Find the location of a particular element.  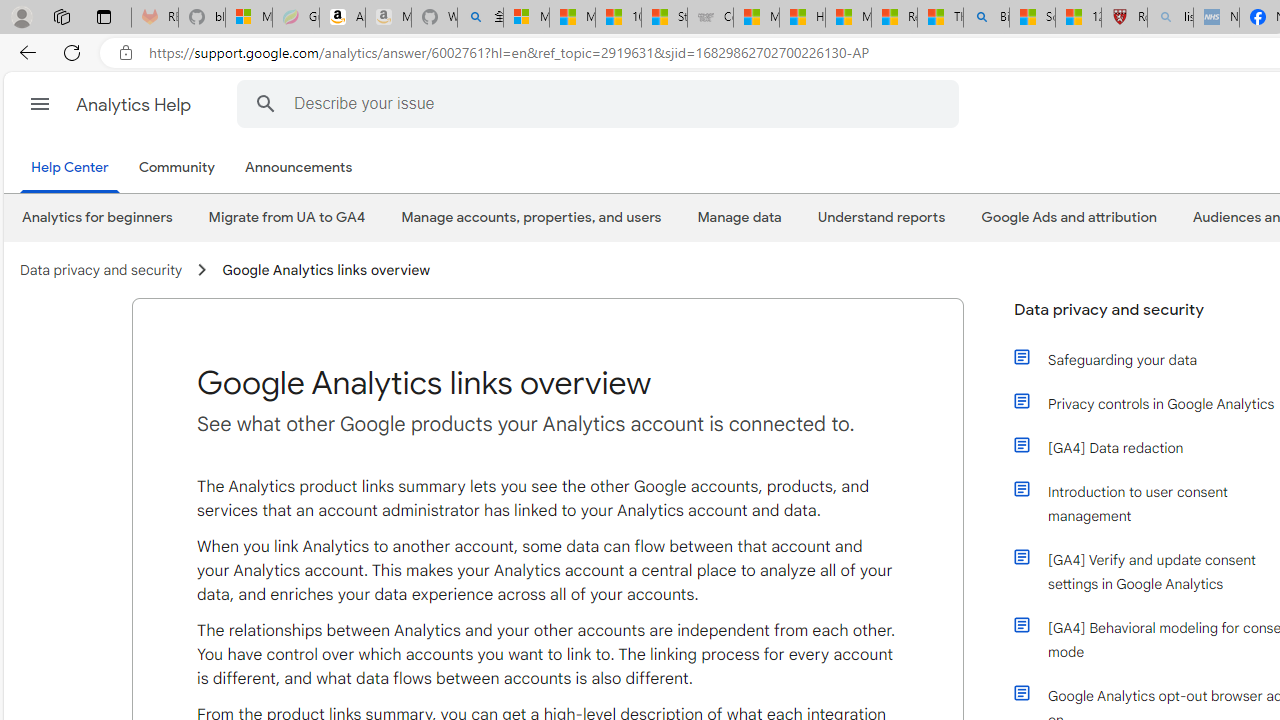

'Main menu' is located at coordinates (39, 104).